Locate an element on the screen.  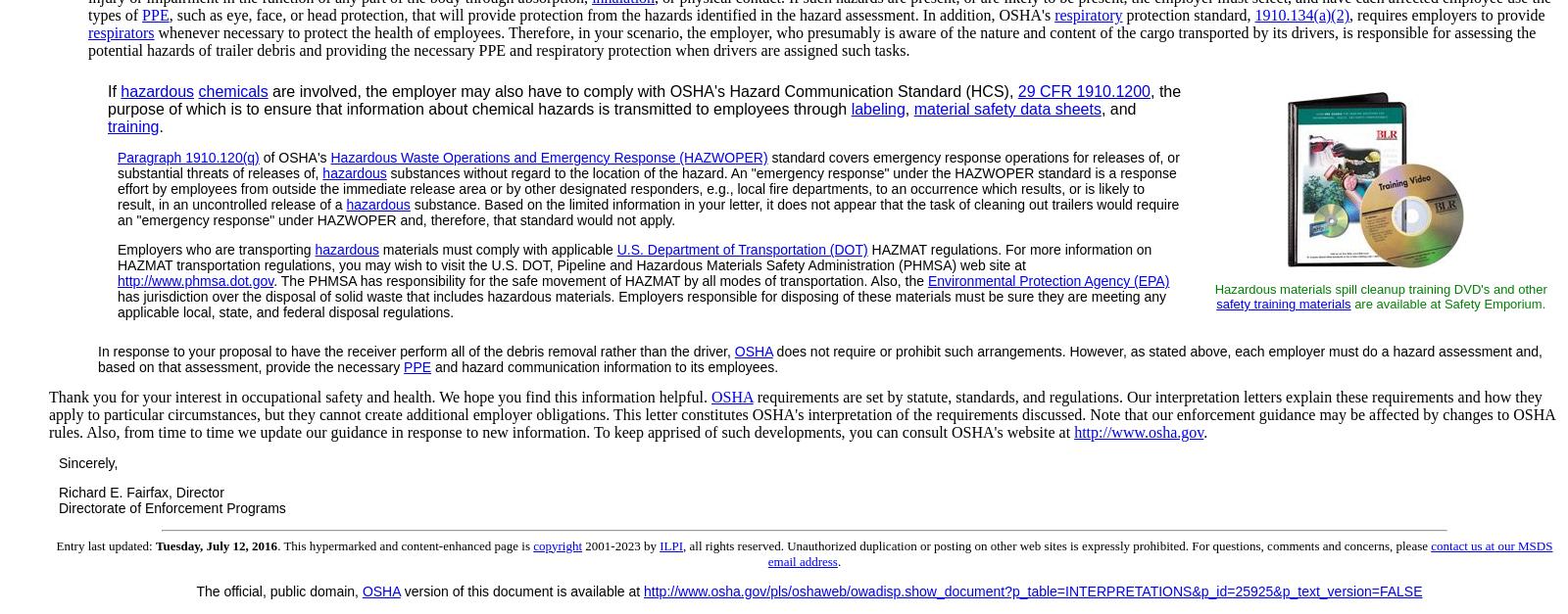
'has jurisdiction over the disposal of solid waste that includes hazardous materials. Employers responsible for disposing of these materials must be sure they are meeting any applicable local, state, and federal disposal regulations.' is located at coordinates (642, 303).